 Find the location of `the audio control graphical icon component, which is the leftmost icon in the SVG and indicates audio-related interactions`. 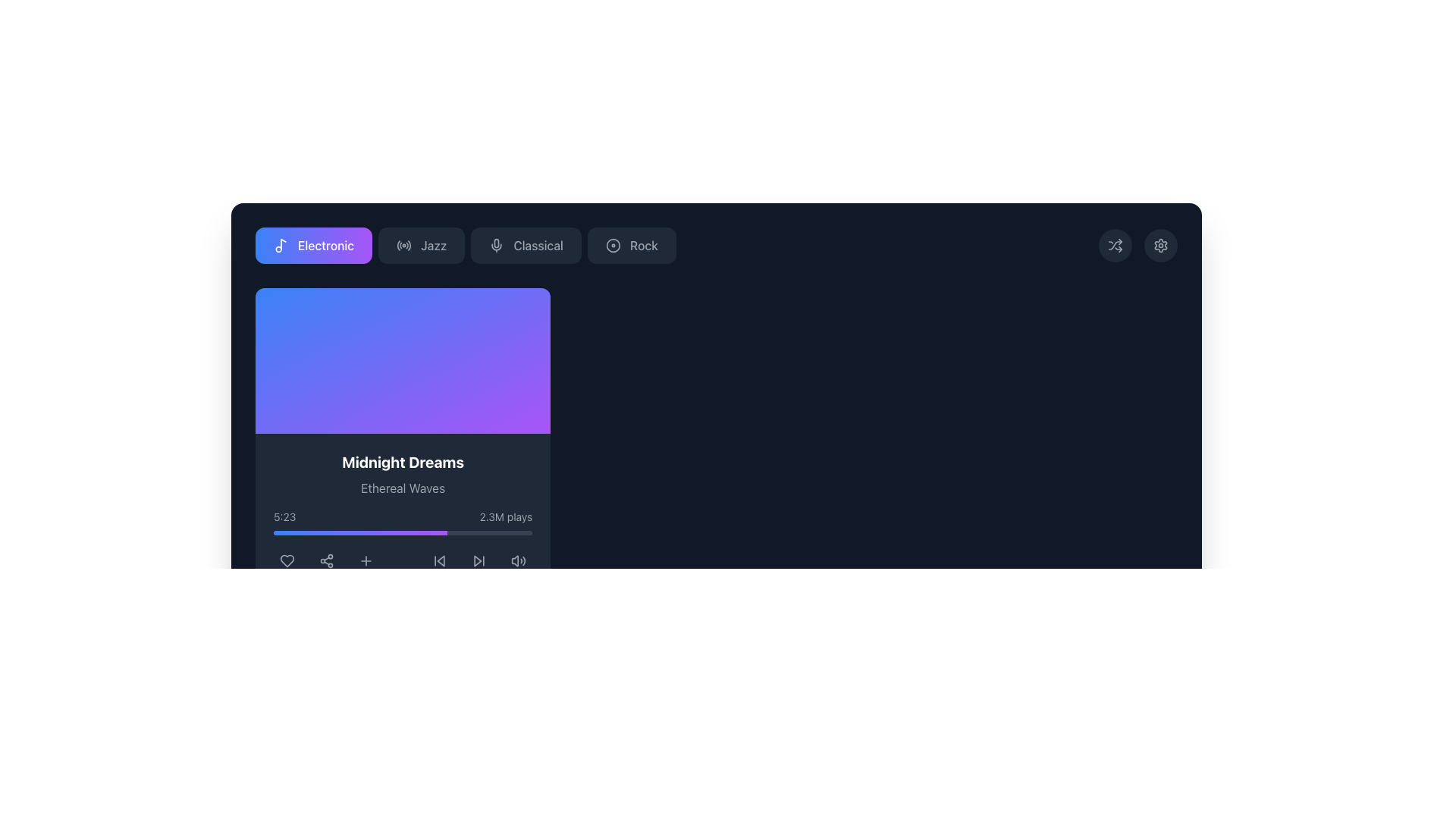

the audio control graphical icon component, which is the leftmost icon in the SVG and indicates audio-related interactions is located at coordinates (515, 561).